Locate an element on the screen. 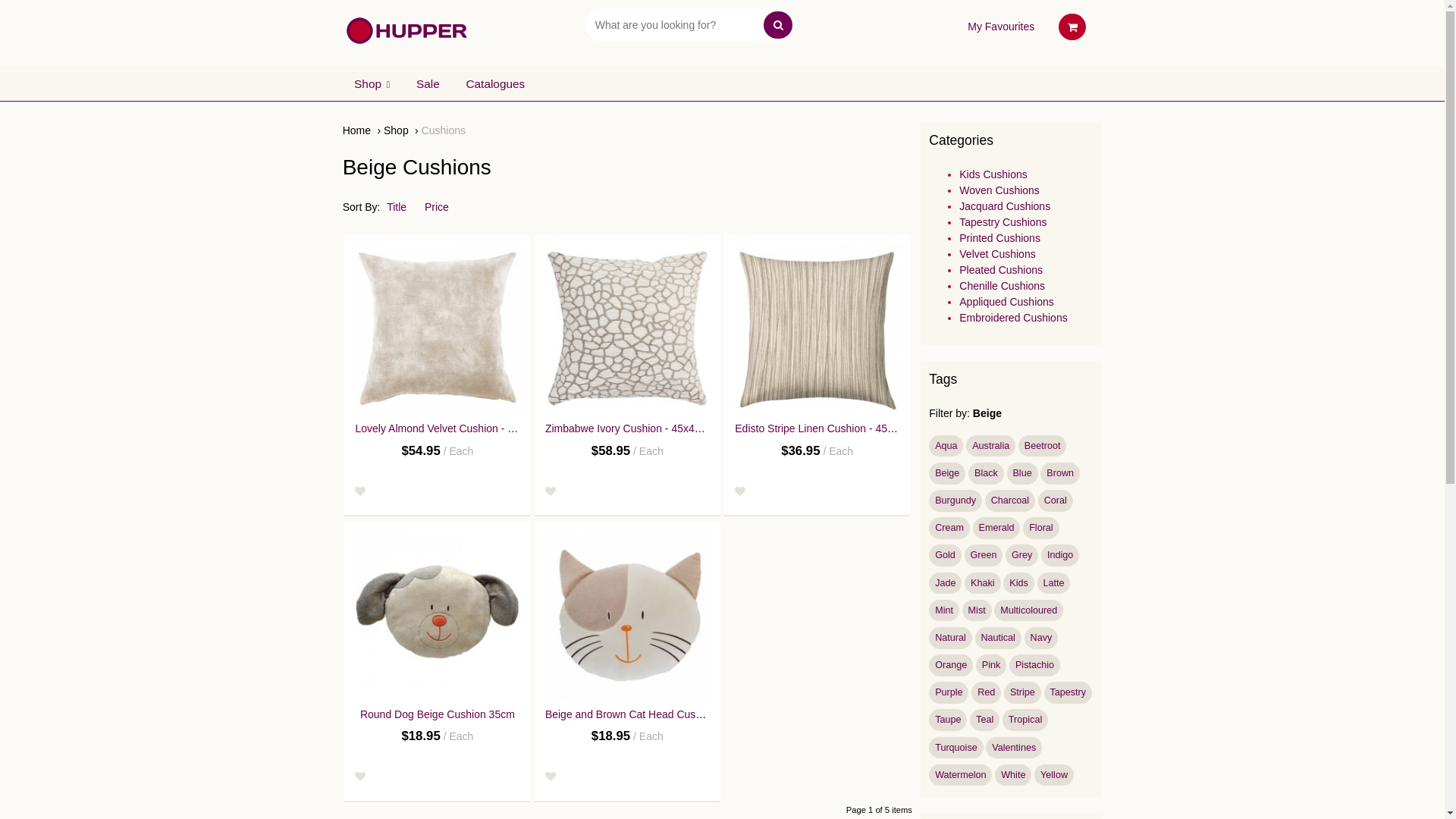  'Woven Cushions' is located at coordinates (999, 189).